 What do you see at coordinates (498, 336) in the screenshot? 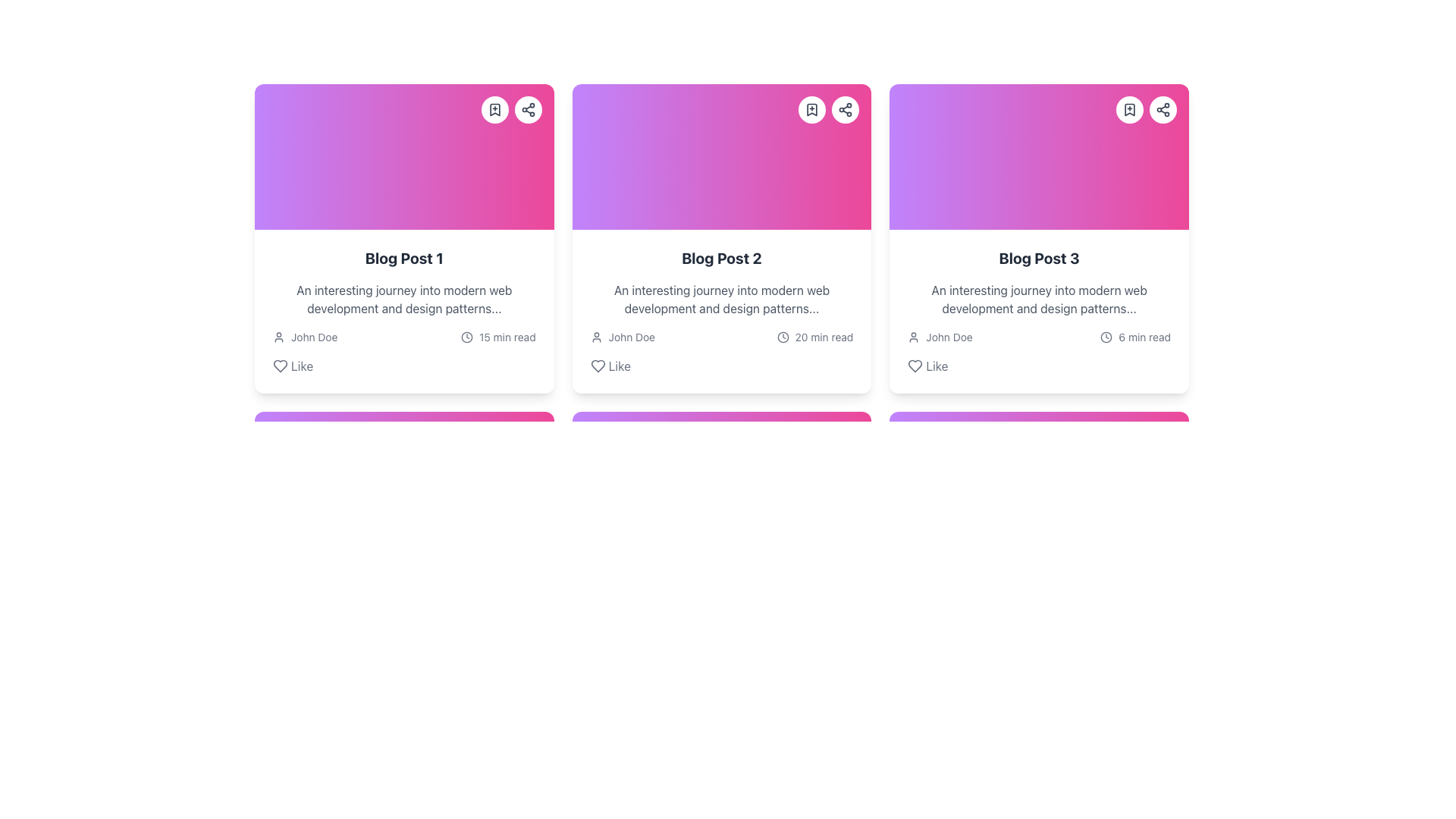
I see `the Informational Label element that displays a clock icon and the text '15 min read', located at the bottom-right corner of the first card in the bottom section` at bounding box center [498, 336].